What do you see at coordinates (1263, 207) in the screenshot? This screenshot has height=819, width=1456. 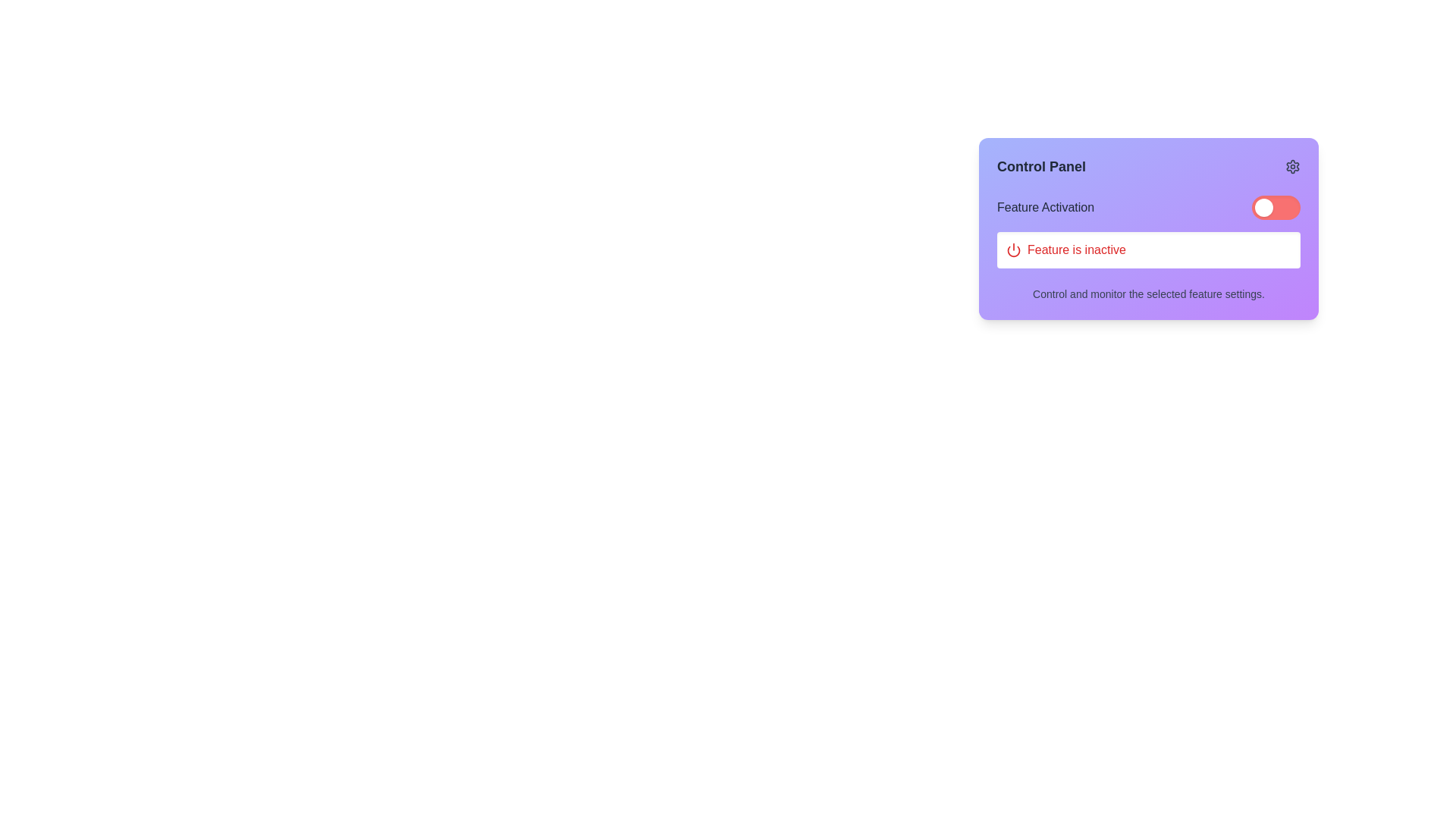 I see `the circular toggle knob, which is located at the far left of the toggle switch with a red background` at bounding box center [1263, 207].